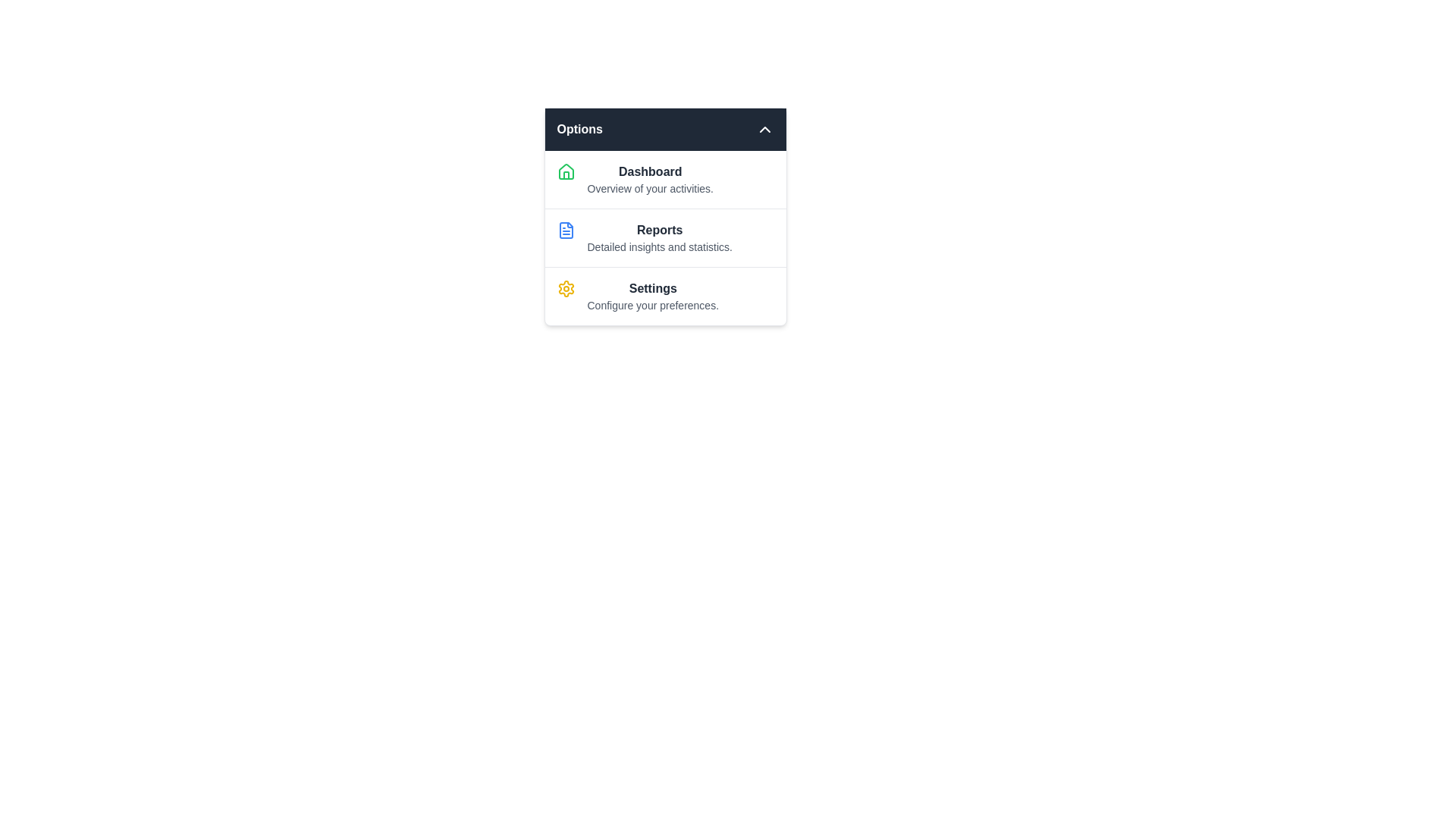 The width and height of the screenshot is (1456, 819). I want to click on the subtitle text reading 'Detailed insights and statistics.' which is located directly below the 'Reports' heading in the 'Options' menu section, so click(660, 246).